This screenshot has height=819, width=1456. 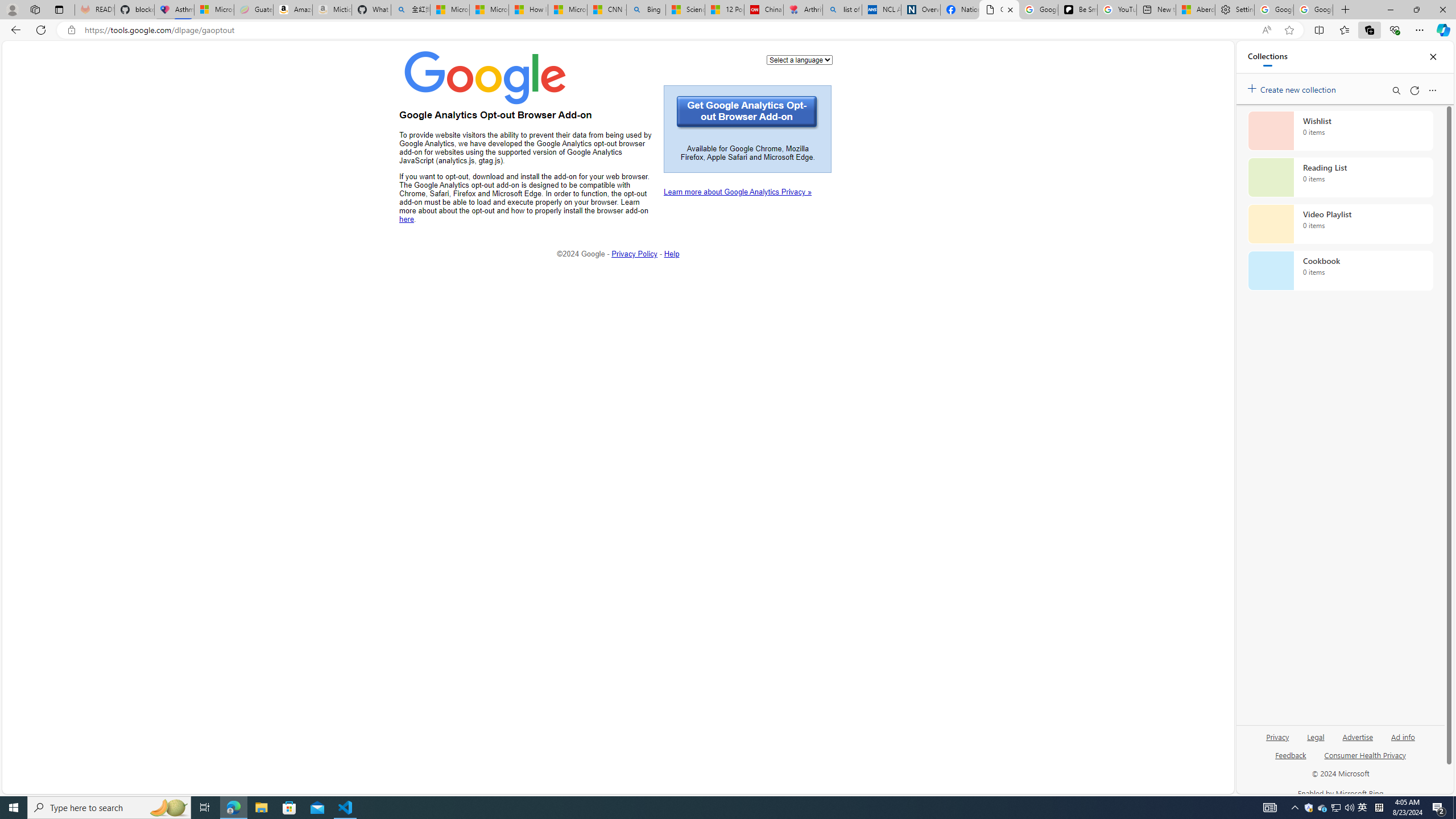 I want to click on 'Wishlist collection, 0 items', so click(x=1340, y=130).